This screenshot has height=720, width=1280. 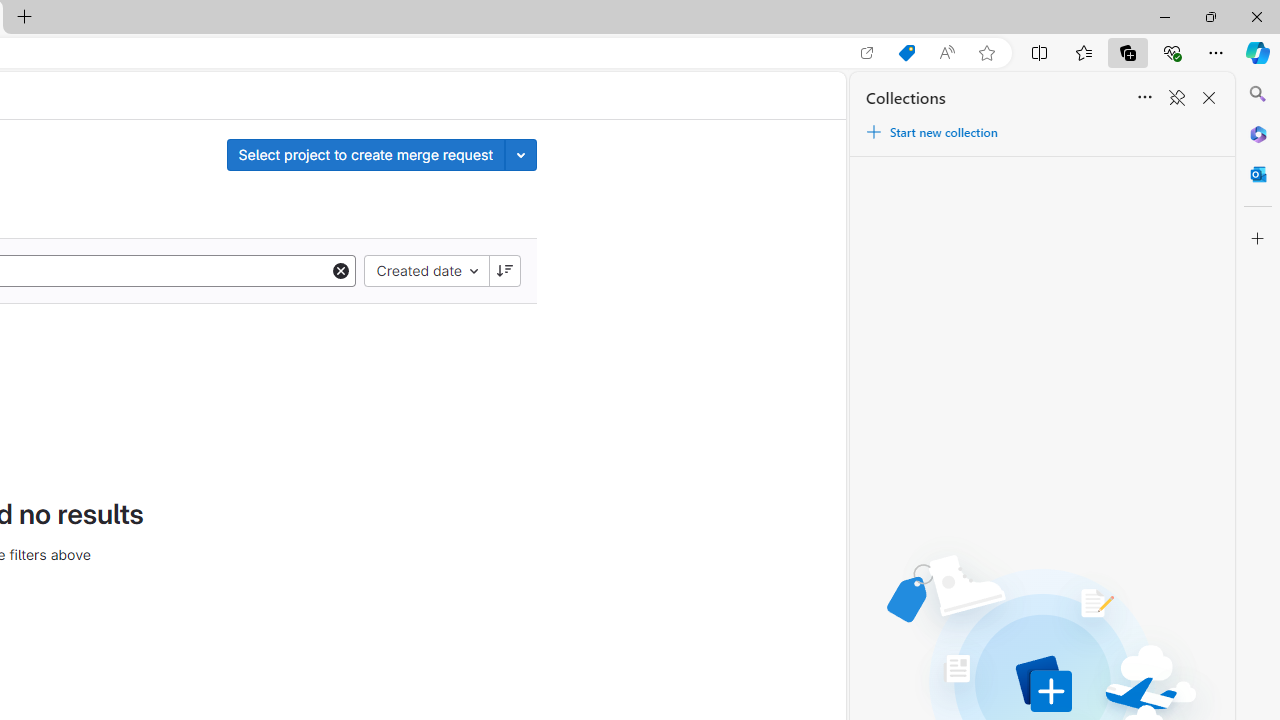 I want to click on 'Close Collections', so click(x=1207, y=98).